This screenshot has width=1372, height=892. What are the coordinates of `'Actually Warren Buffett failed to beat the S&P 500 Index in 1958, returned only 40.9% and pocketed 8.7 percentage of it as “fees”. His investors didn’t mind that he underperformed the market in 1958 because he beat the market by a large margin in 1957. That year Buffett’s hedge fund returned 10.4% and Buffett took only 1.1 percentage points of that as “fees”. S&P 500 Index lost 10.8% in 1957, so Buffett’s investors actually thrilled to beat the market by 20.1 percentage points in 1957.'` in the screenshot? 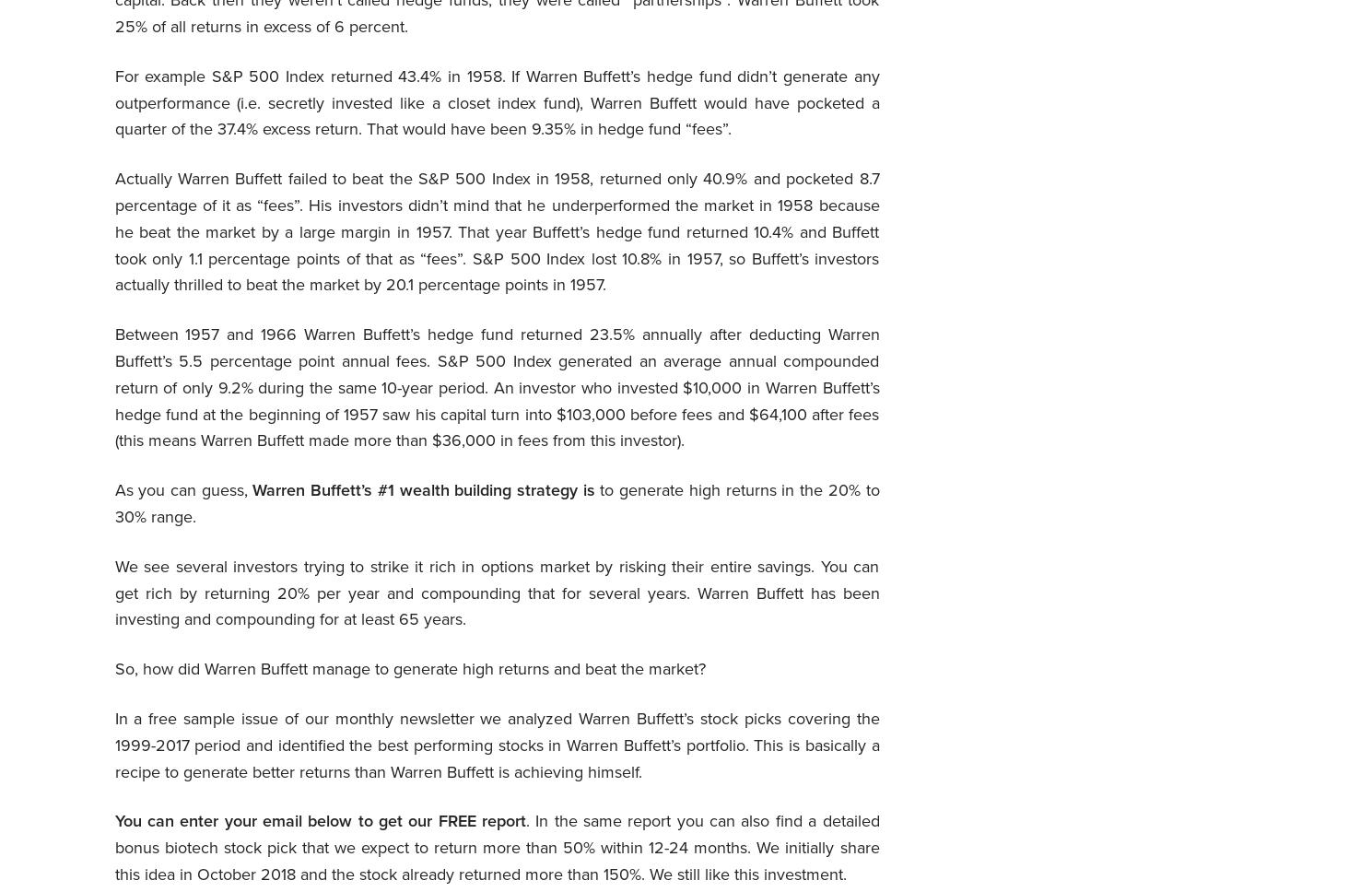 It's located at (497, 231).